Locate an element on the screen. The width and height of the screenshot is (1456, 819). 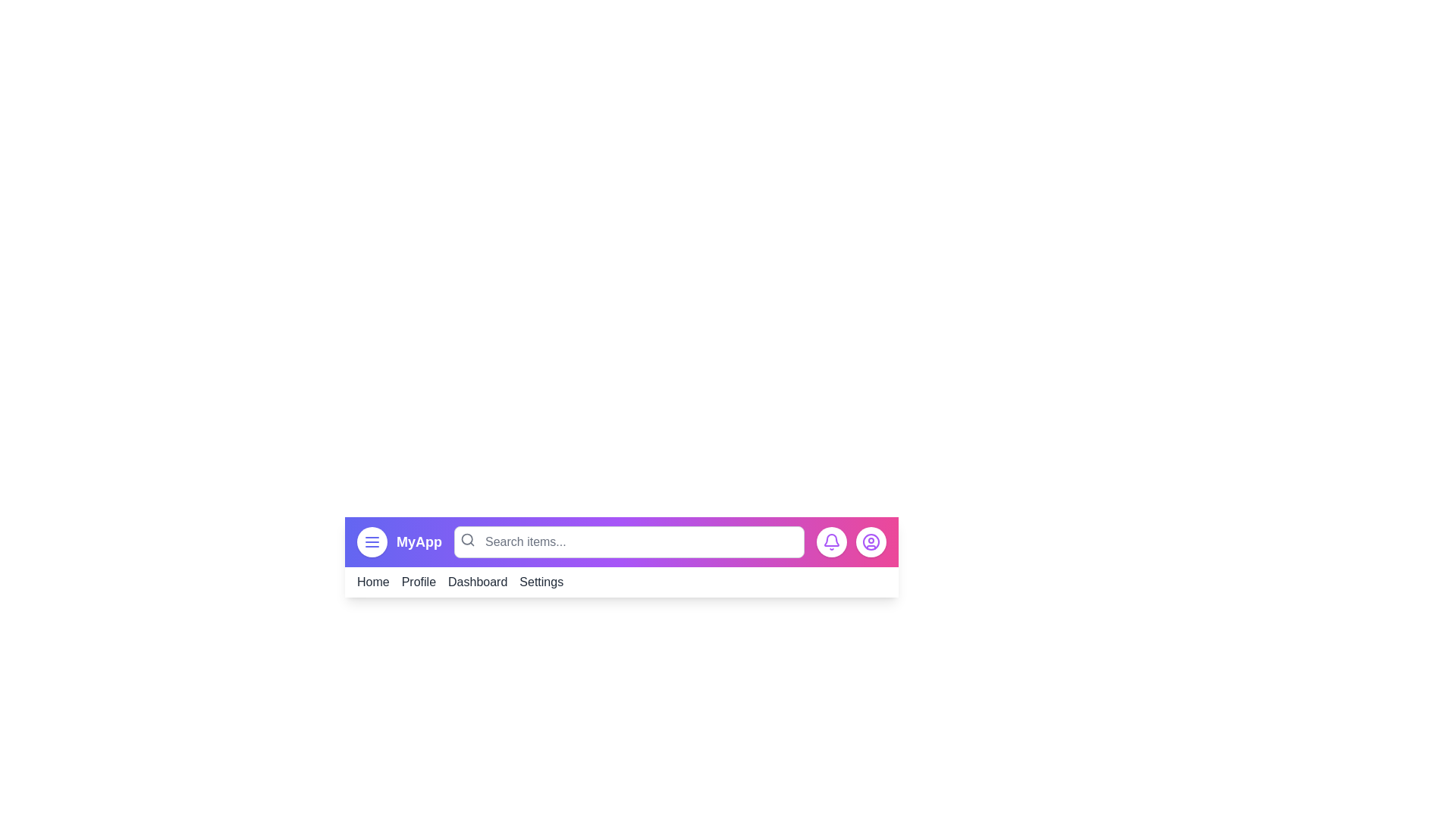
the Profile link in the navigation menu is located at coordinates (419, 581).